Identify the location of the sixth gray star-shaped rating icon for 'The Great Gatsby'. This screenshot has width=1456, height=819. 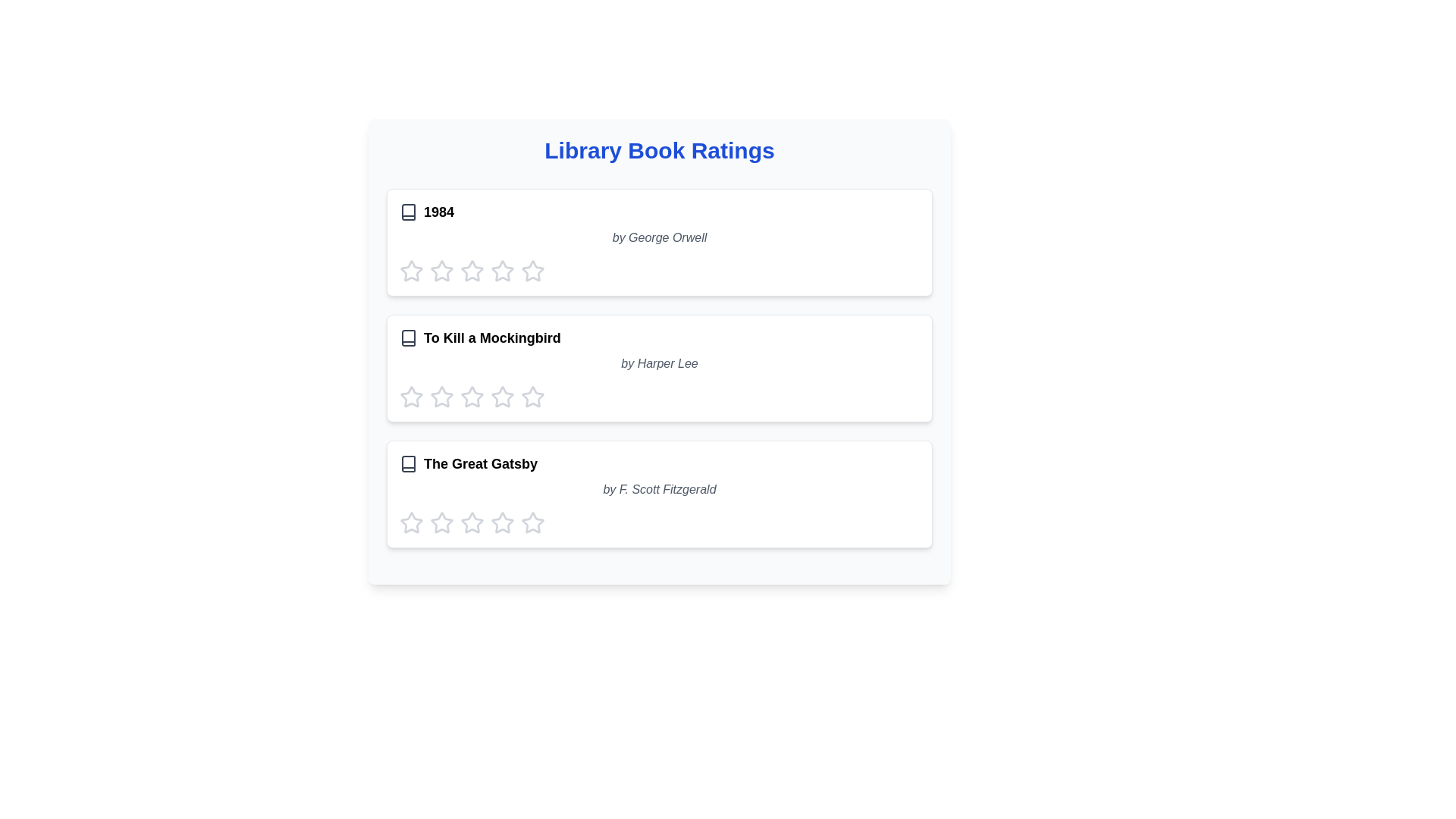
(502, 522).